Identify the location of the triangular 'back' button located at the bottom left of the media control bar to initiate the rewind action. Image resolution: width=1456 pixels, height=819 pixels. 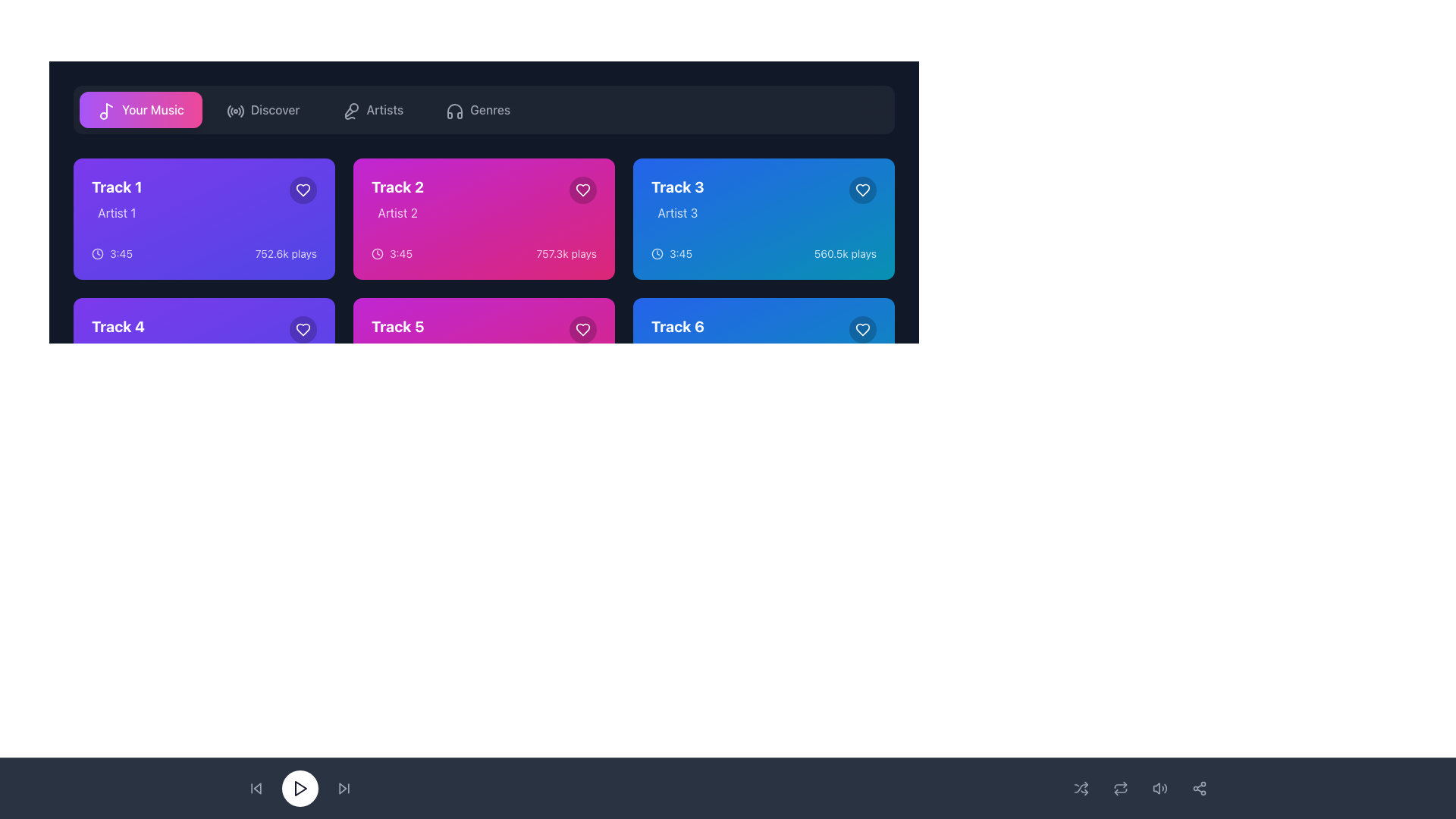
(257, 788).